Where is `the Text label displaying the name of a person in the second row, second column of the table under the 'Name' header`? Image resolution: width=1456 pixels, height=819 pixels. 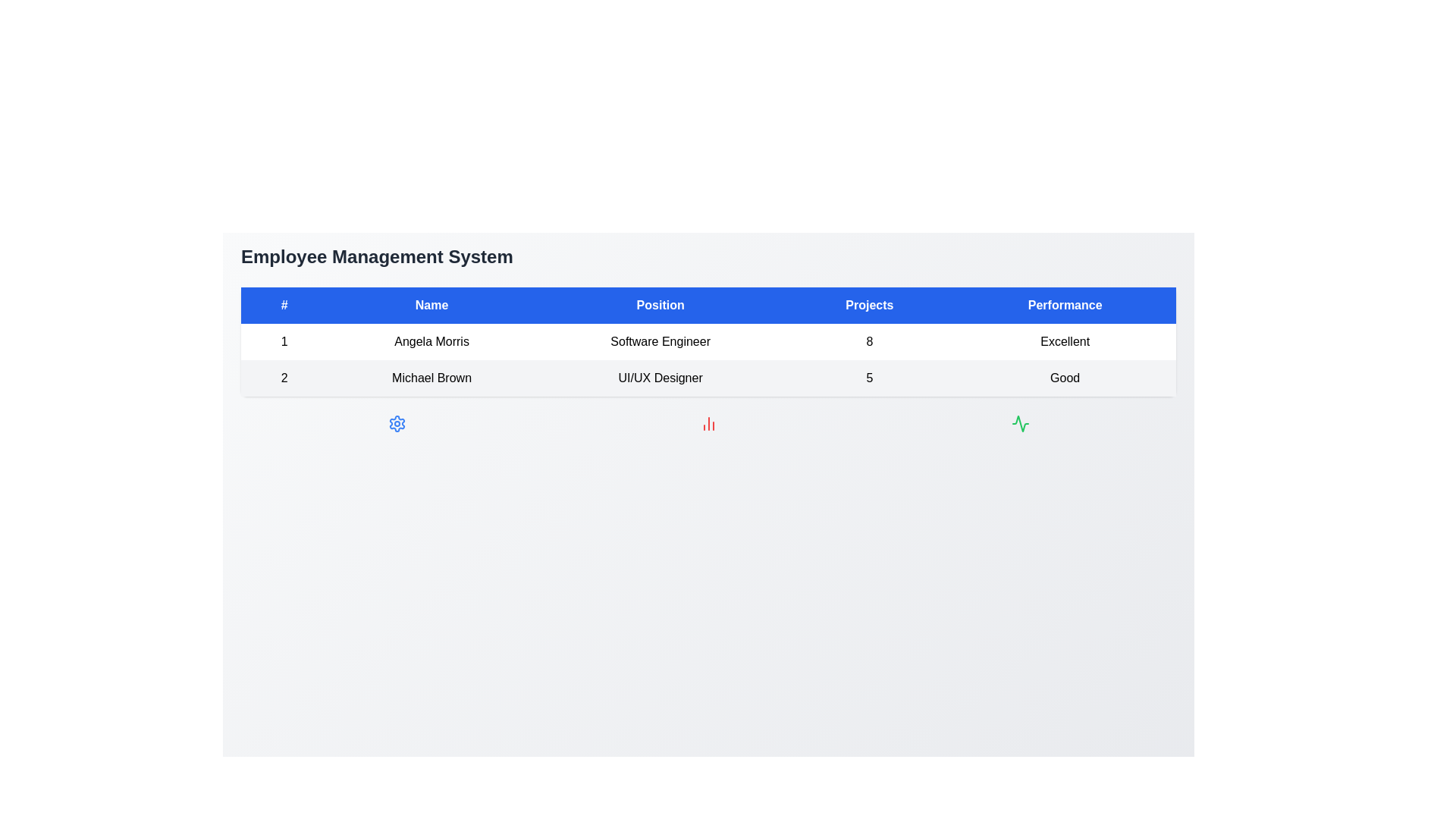 the Text label displaying the name of a person in the second row, second column of the table under the 'Name' header is located at coordinates (431, 377).